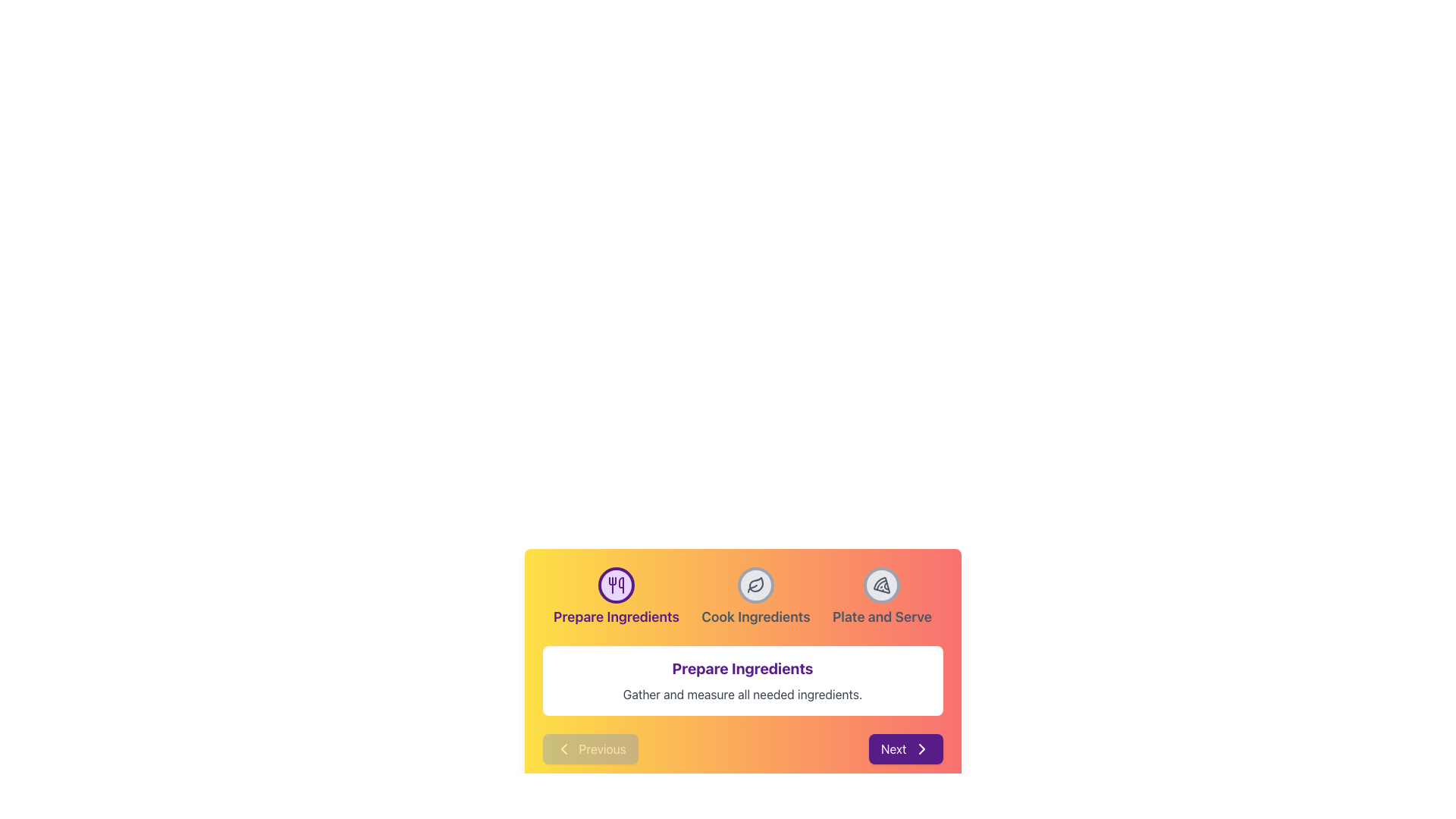 The image size is (1456, 819). I want to click on the 'Cook Ingredients' button, which features a leaf icon in a circular border and is positioned between 'Prepare Ingredients' and 'Plate and Serve', so click(755, 596).